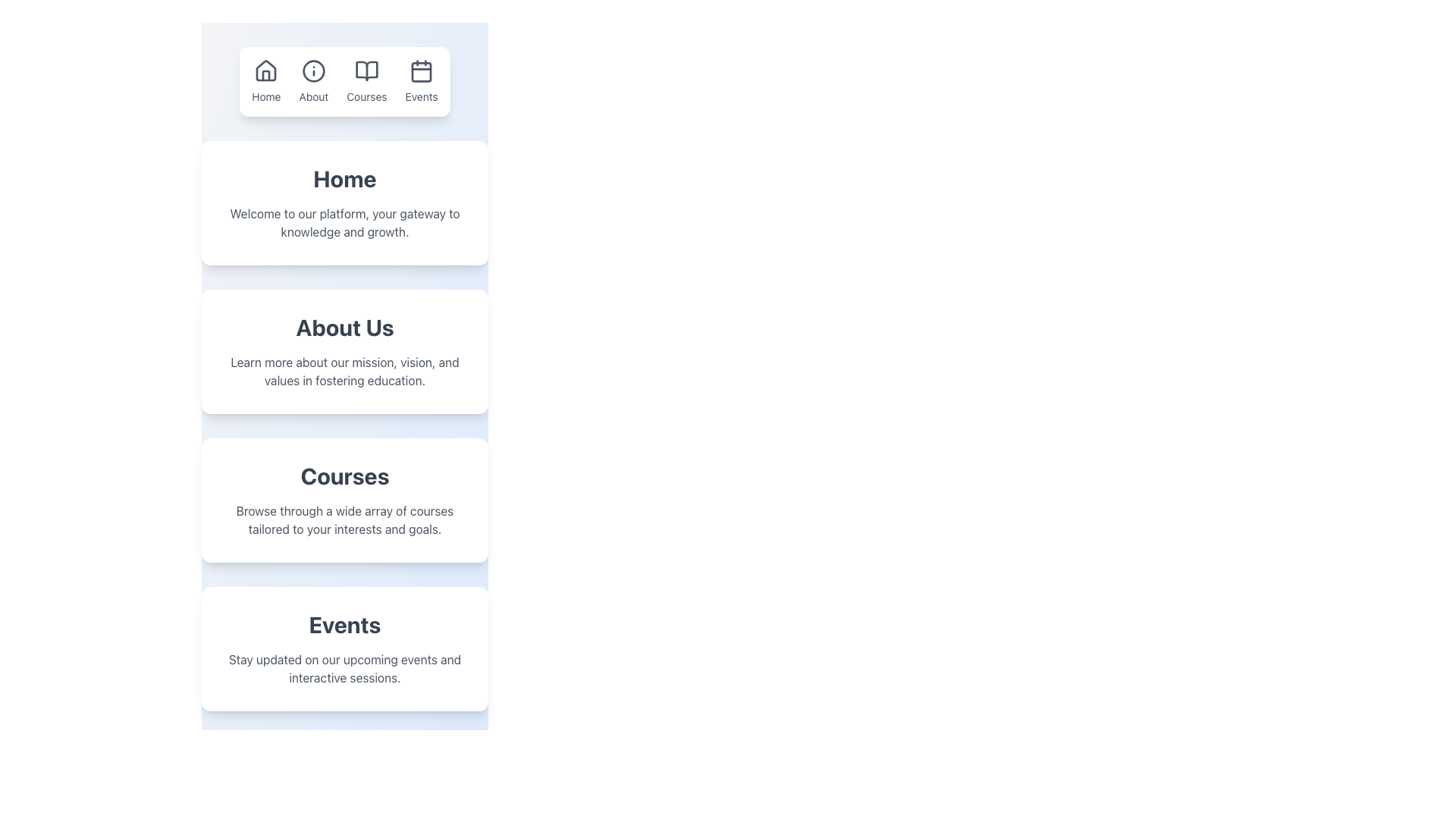  Describe the element at coordinates (344, 519) in the screenshot. I see `descriptive text block that states: 'Browse through a wide array of courses tailored to your interests and goals.' located below the 'Courses' heading` at that location.